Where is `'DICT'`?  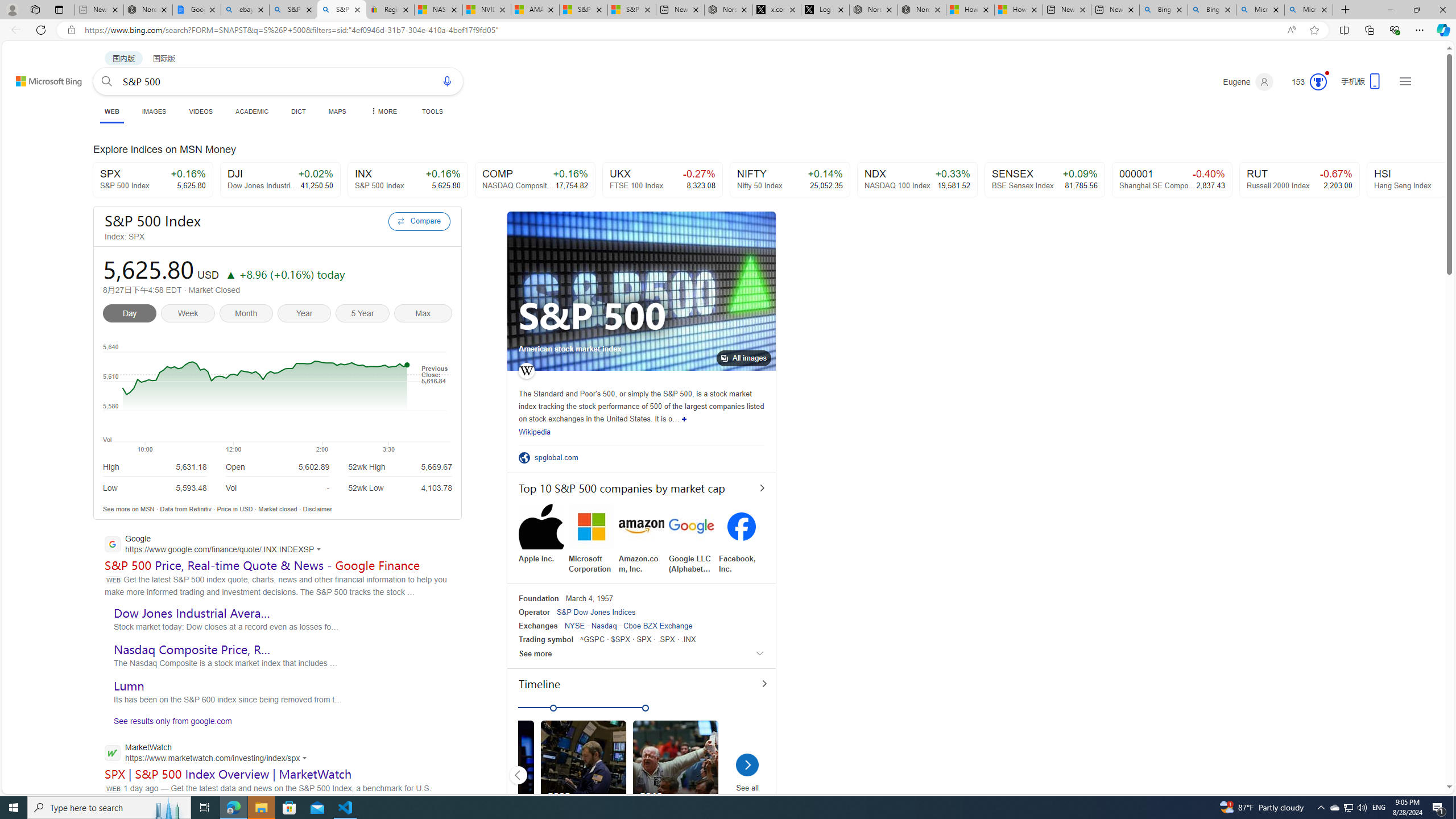
'DICT' is located at coordinates (297, 111).